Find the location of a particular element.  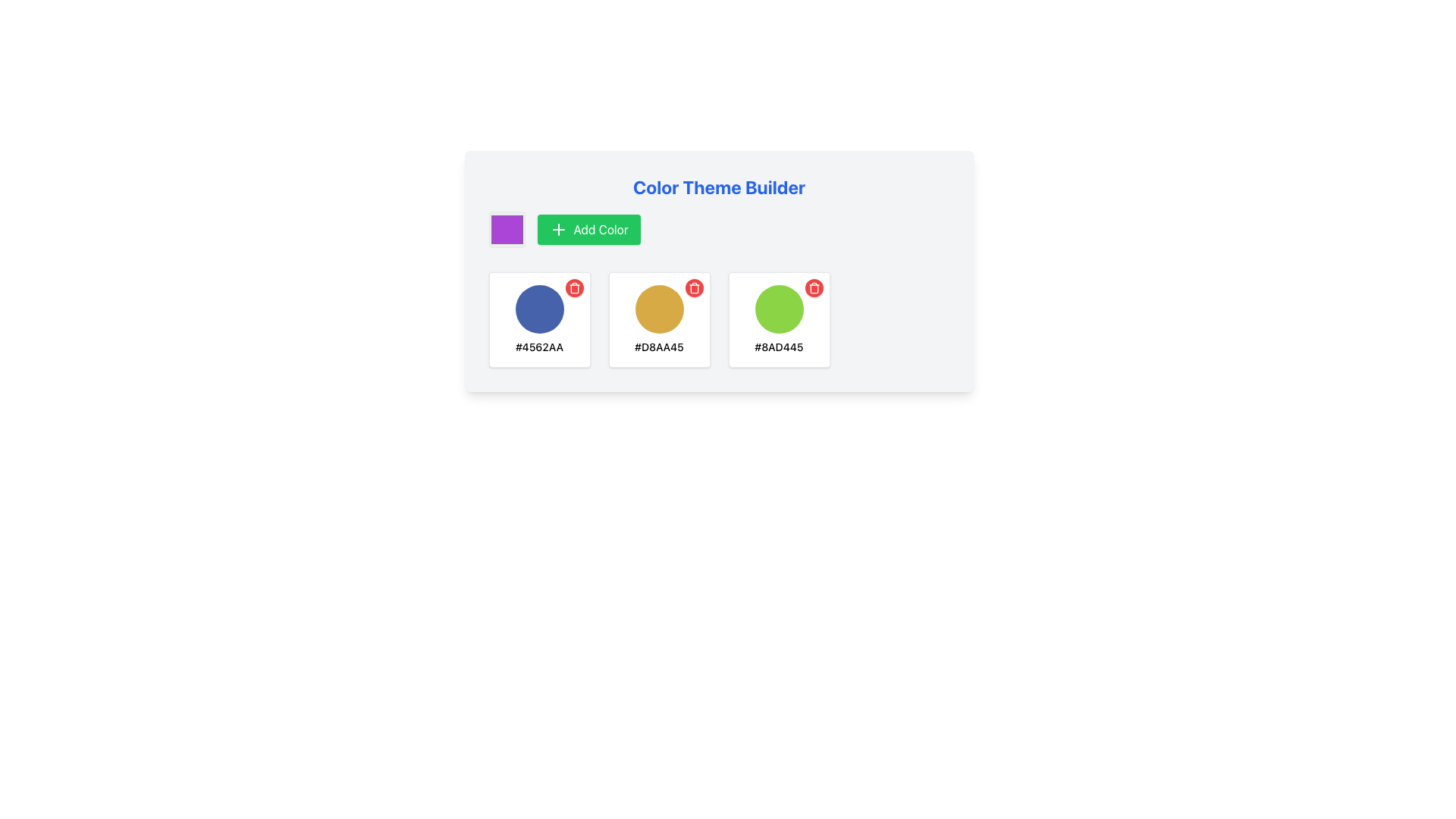

the delete icon located inside the circular red button at the top-right corner of the green color card labeled '#8AD445' is located at coordinates (813, 288).